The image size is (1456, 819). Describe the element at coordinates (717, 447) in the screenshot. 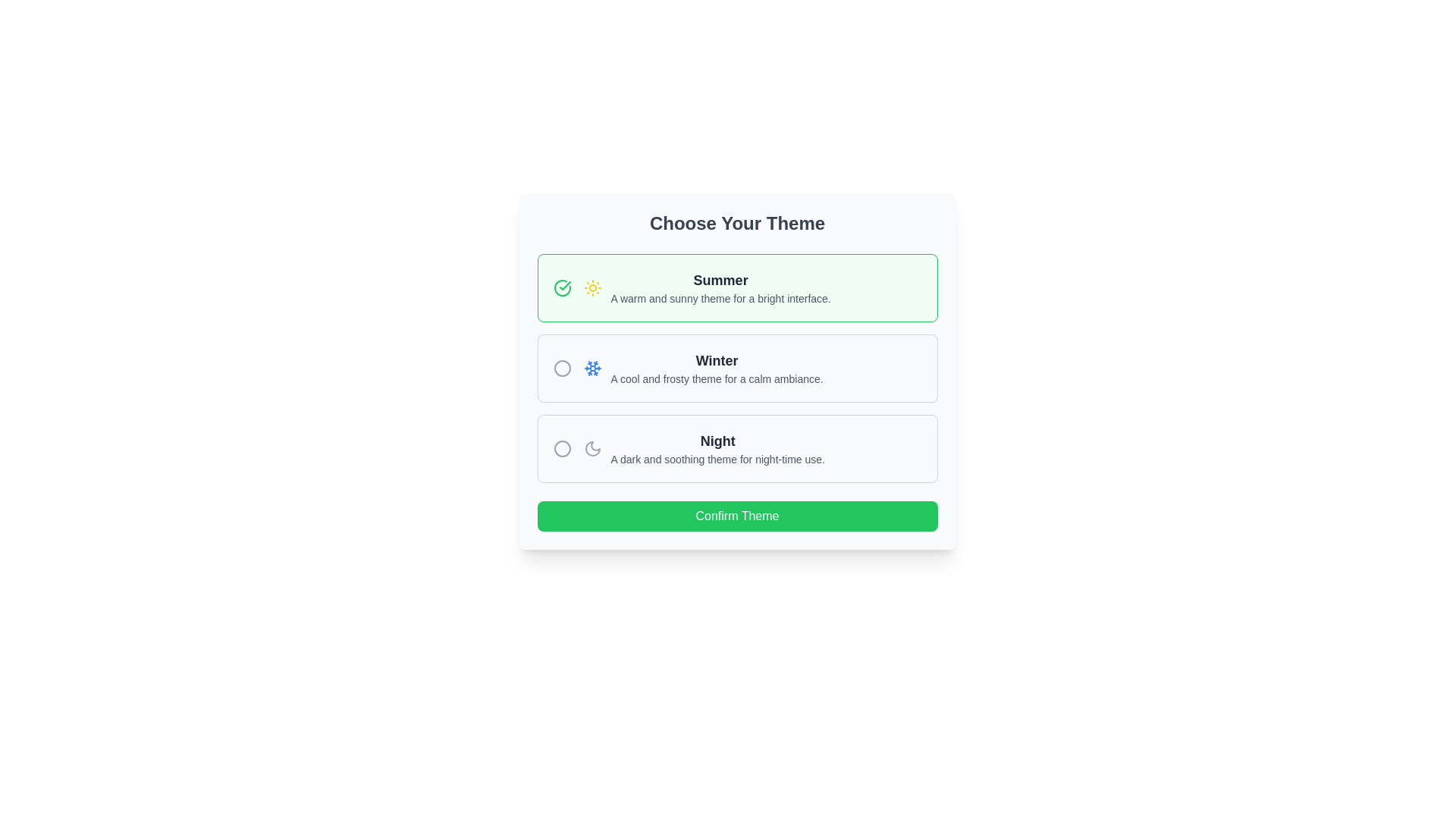

I see `text from the 'Night' theme selection Text Block, which displays a bold title 'Night' and a description 'A dark and soothing theme for night-time use.'` at that location.